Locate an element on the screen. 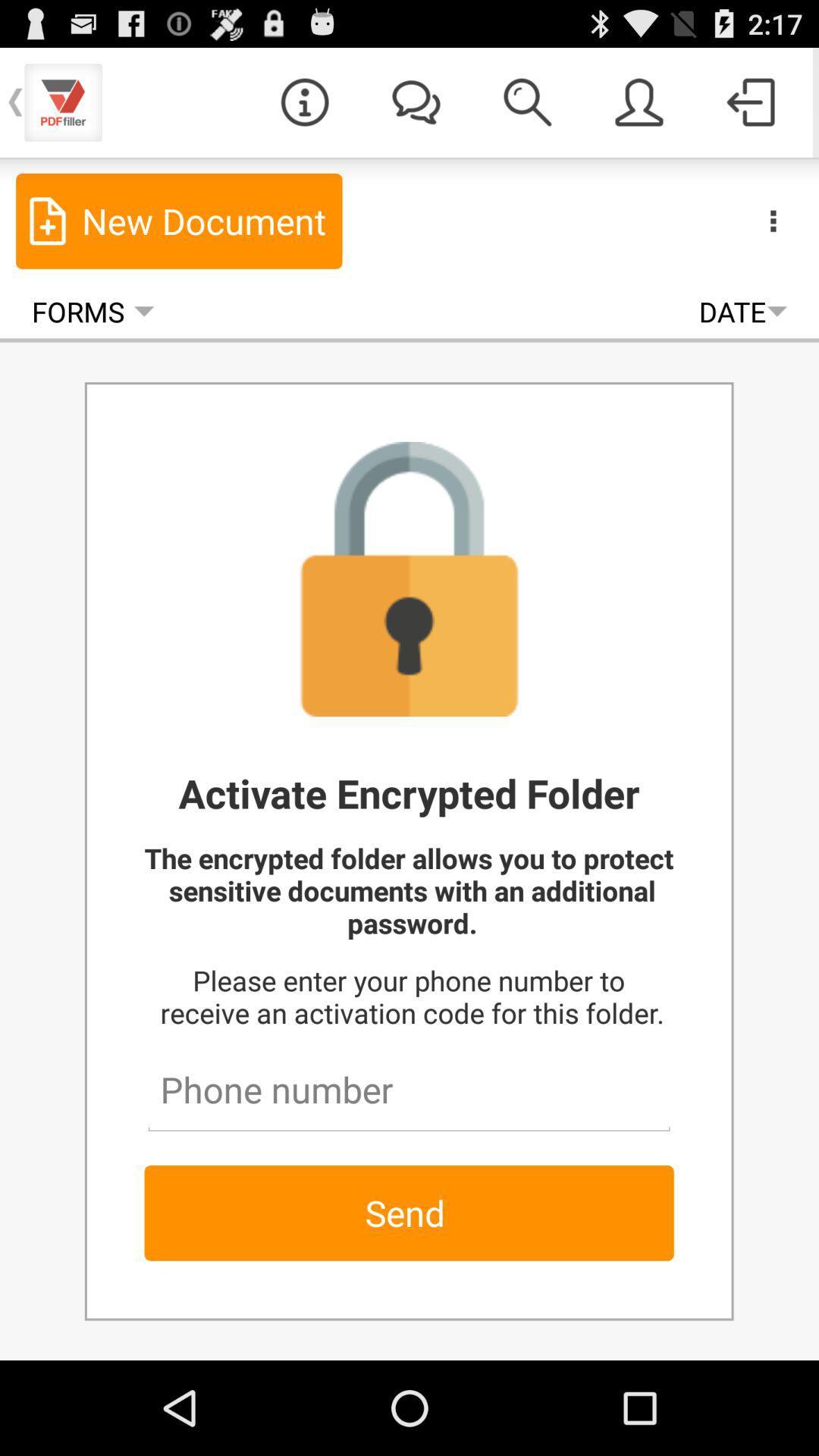  the checkbox to the right of the forms	 item is located at coordinates (742, 311).